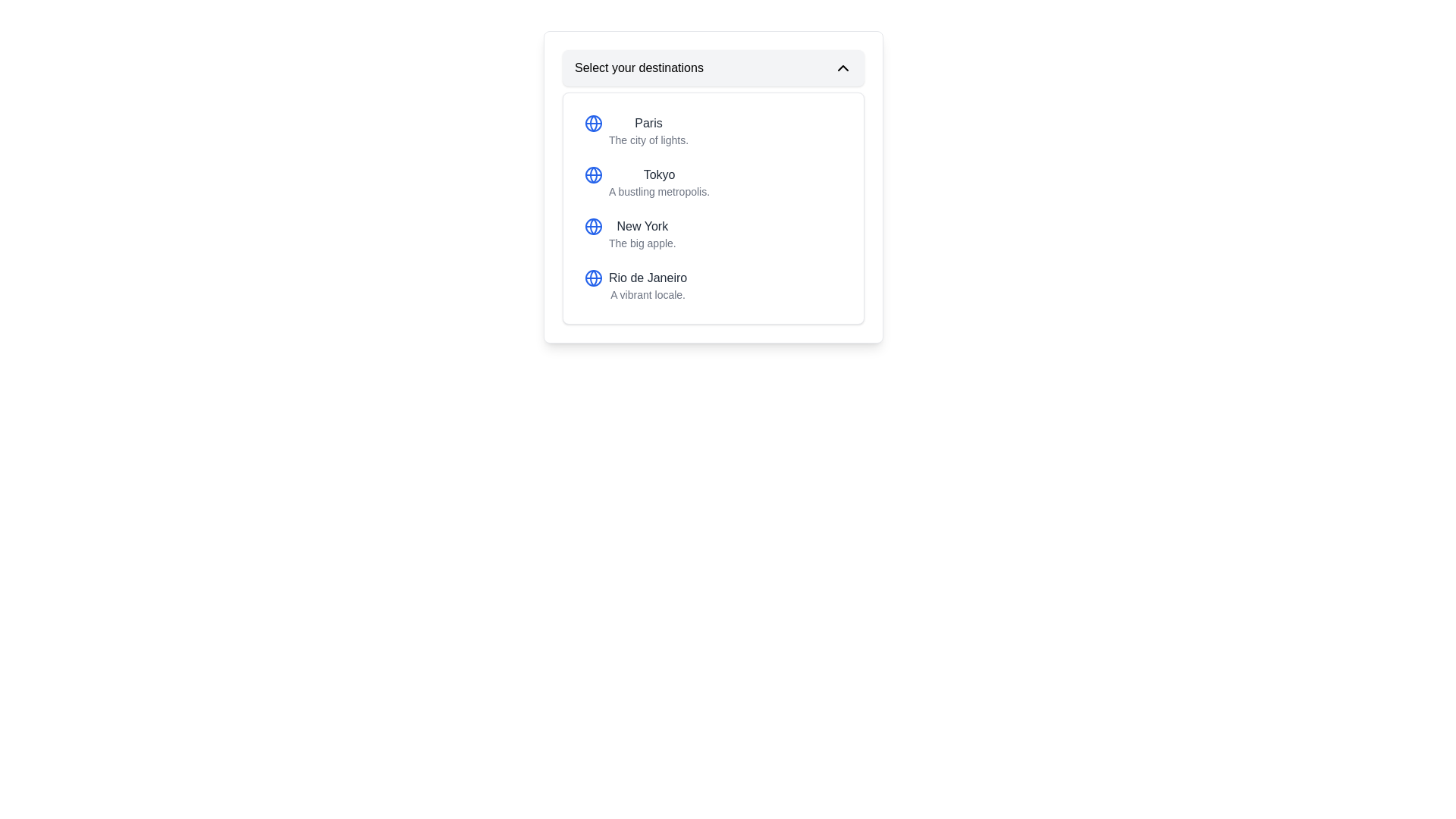 This screenshot has height=819, width=1456. I want to click on the text label reading 'Rio de Janeiro' which is the fourth item in the dropdown menu titled 'Select your destinations', so click(648, 278).